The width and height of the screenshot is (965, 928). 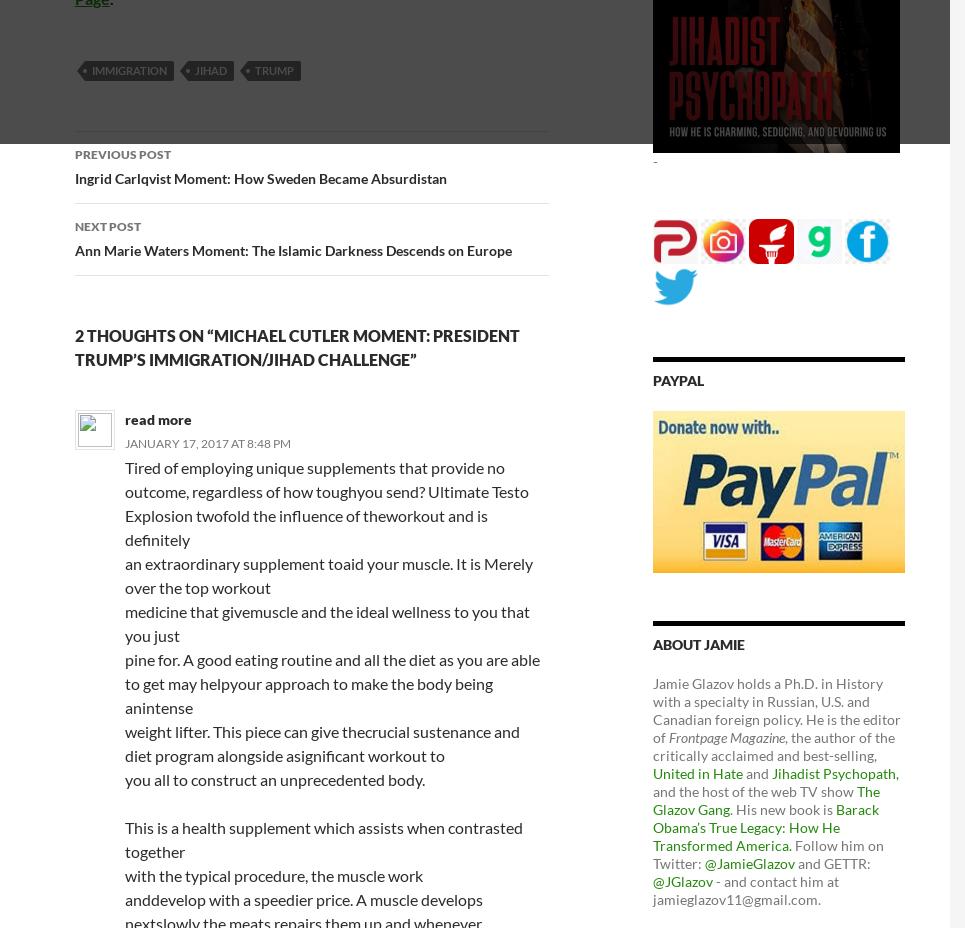 What do you see at coordinates (704, 862) in the screenshot?
I see `'@JamieGlazov'` at bounding box center [704, 862].